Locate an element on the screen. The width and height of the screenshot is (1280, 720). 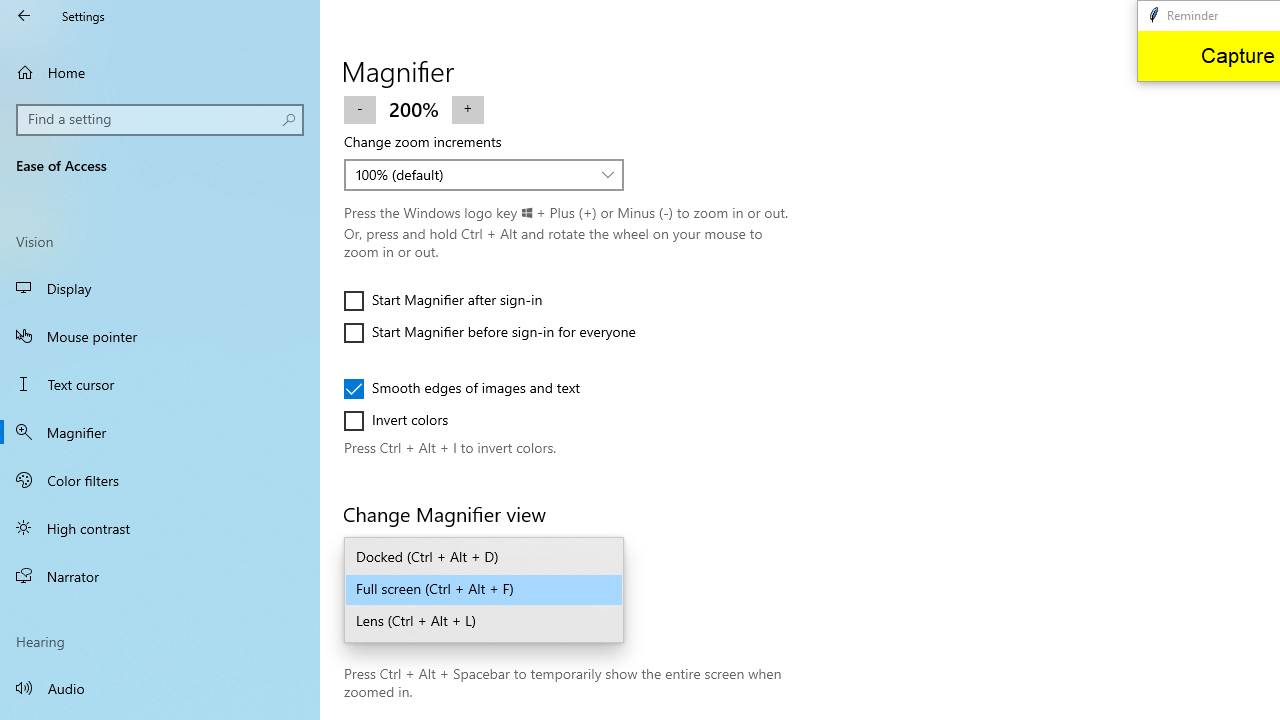
'Text cursor' is located at coordinates (160, 384).